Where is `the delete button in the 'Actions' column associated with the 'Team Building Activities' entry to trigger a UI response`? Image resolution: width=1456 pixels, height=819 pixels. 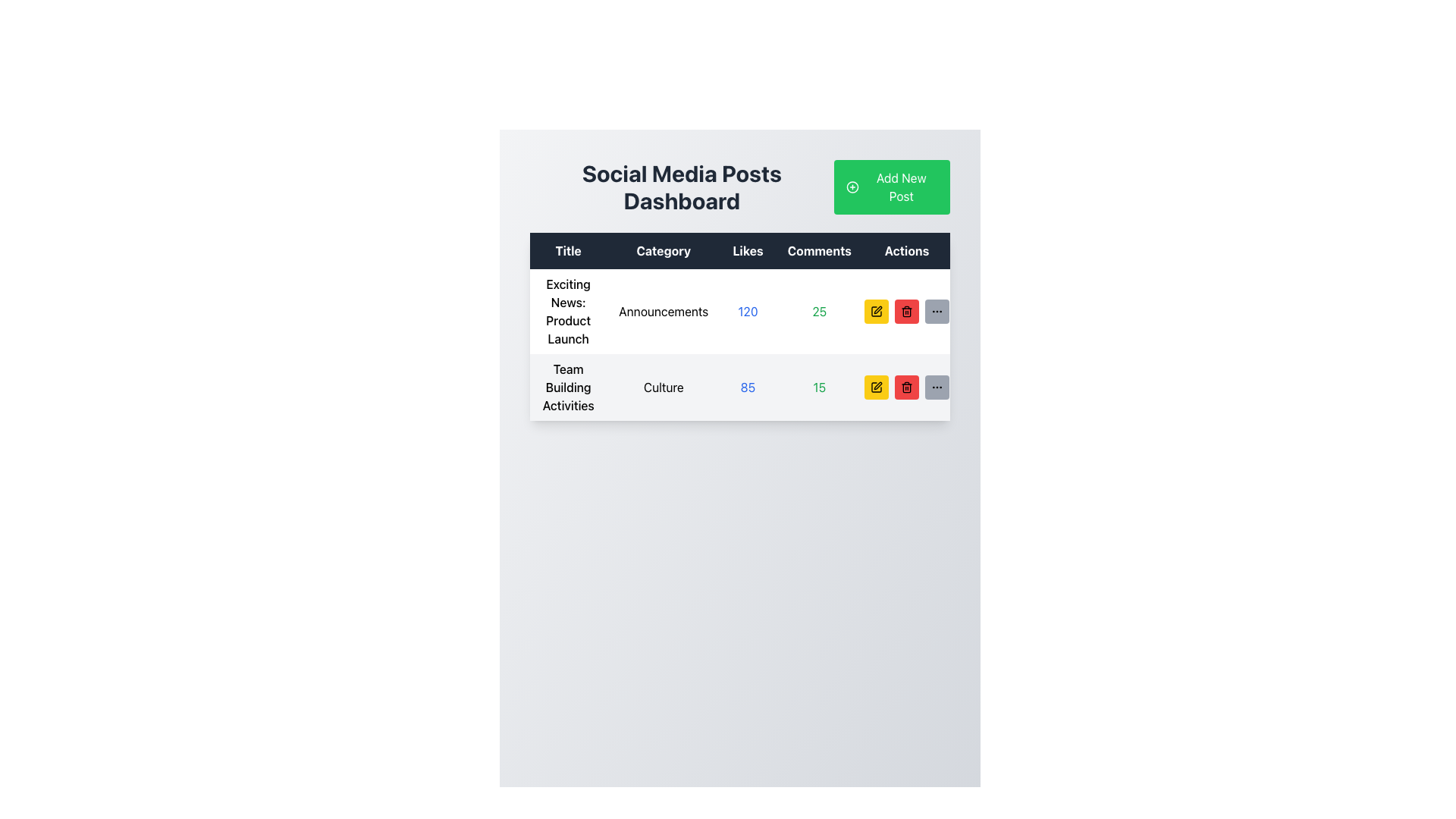
the delete button in the 'Actions' column associated with the 'Team Building Activities' entry to trigger a UI response is located at coordinates (906, 386).